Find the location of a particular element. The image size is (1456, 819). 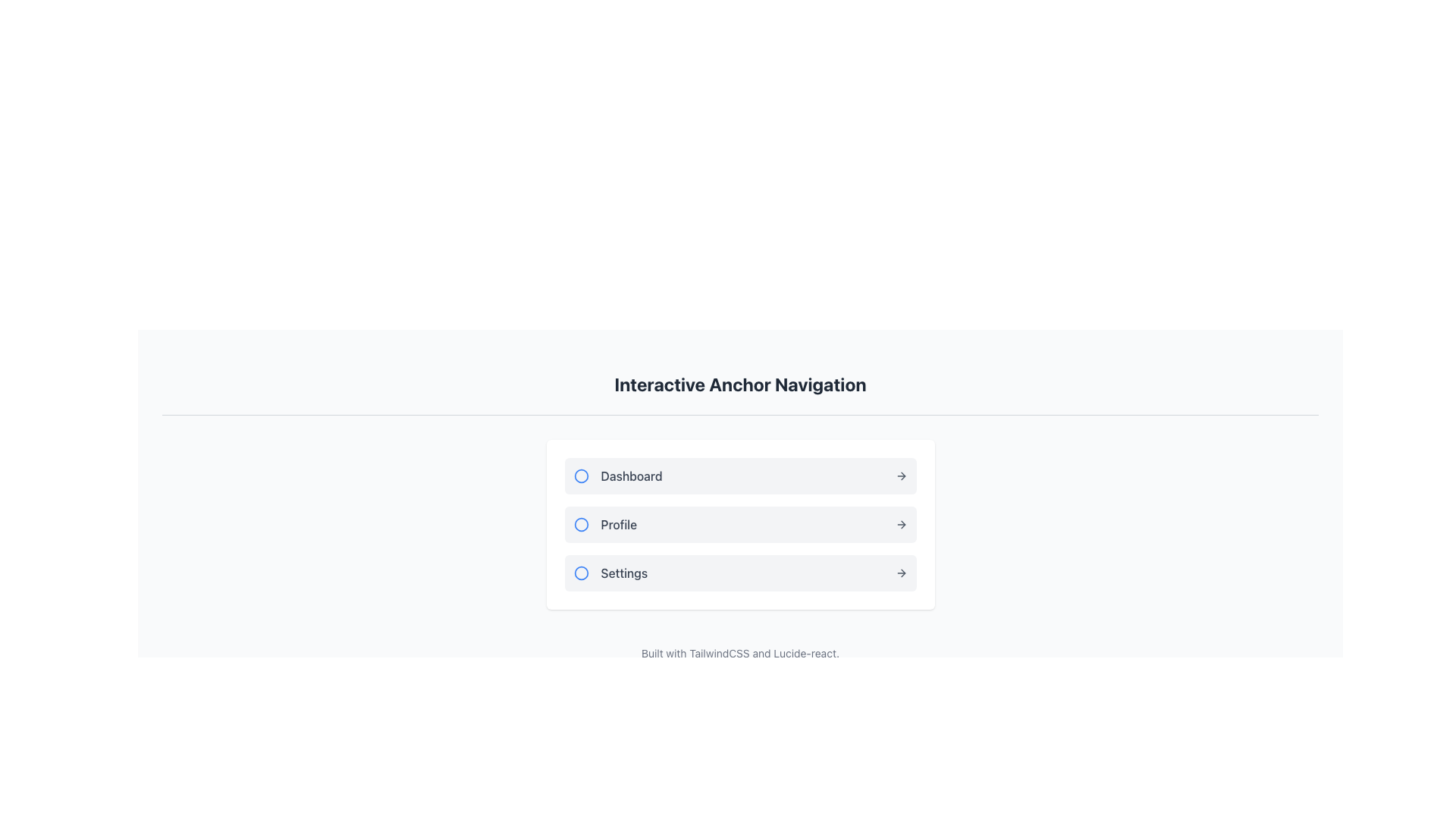

the forward navigation arrow icon located at the far-right side of the 'Settings' button to confirm the selection of the 'Settings' option is located at coordinates (901, 573).